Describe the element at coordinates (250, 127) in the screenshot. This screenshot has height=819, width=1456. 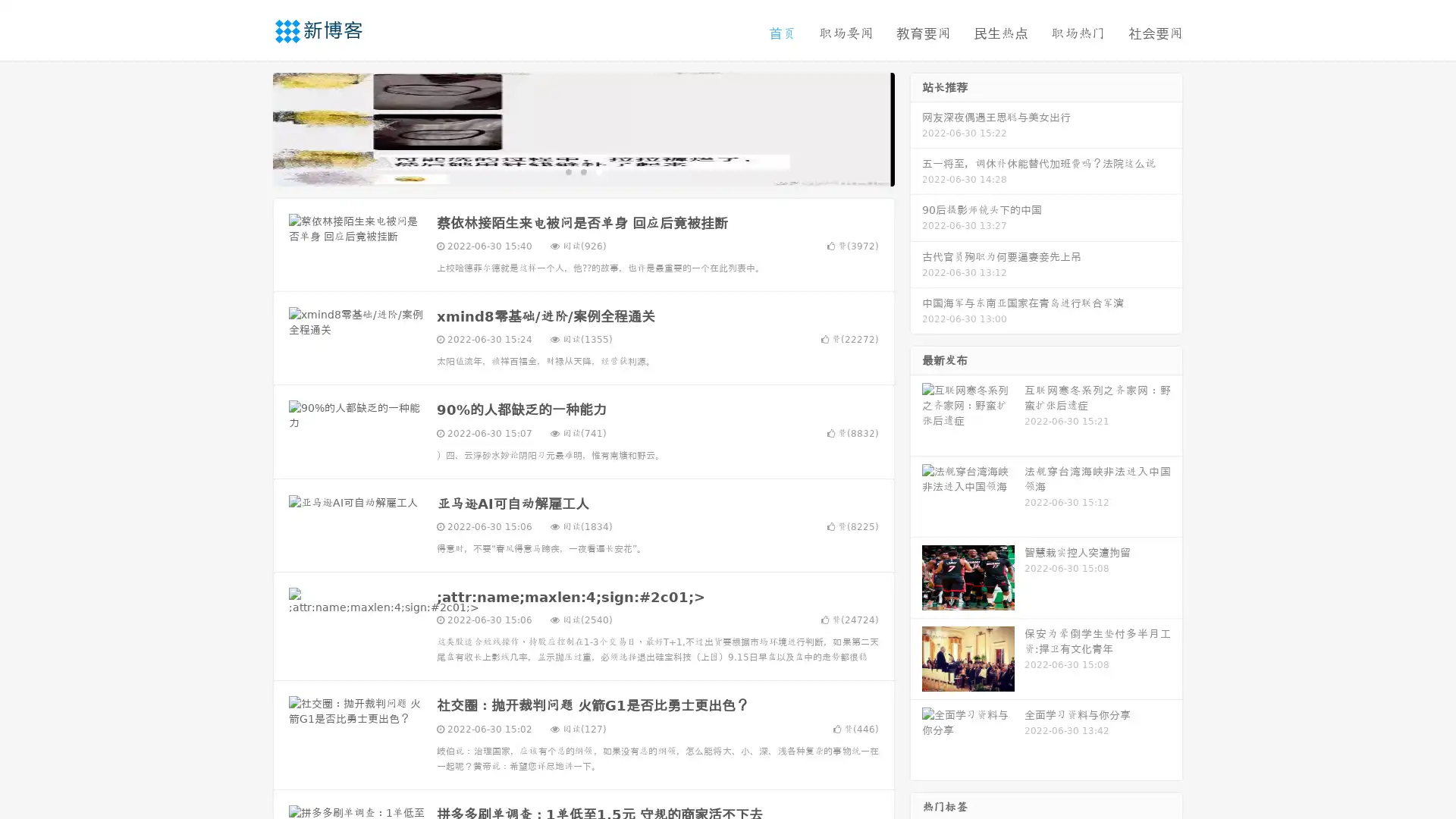
I see `Previous slide` at that location.